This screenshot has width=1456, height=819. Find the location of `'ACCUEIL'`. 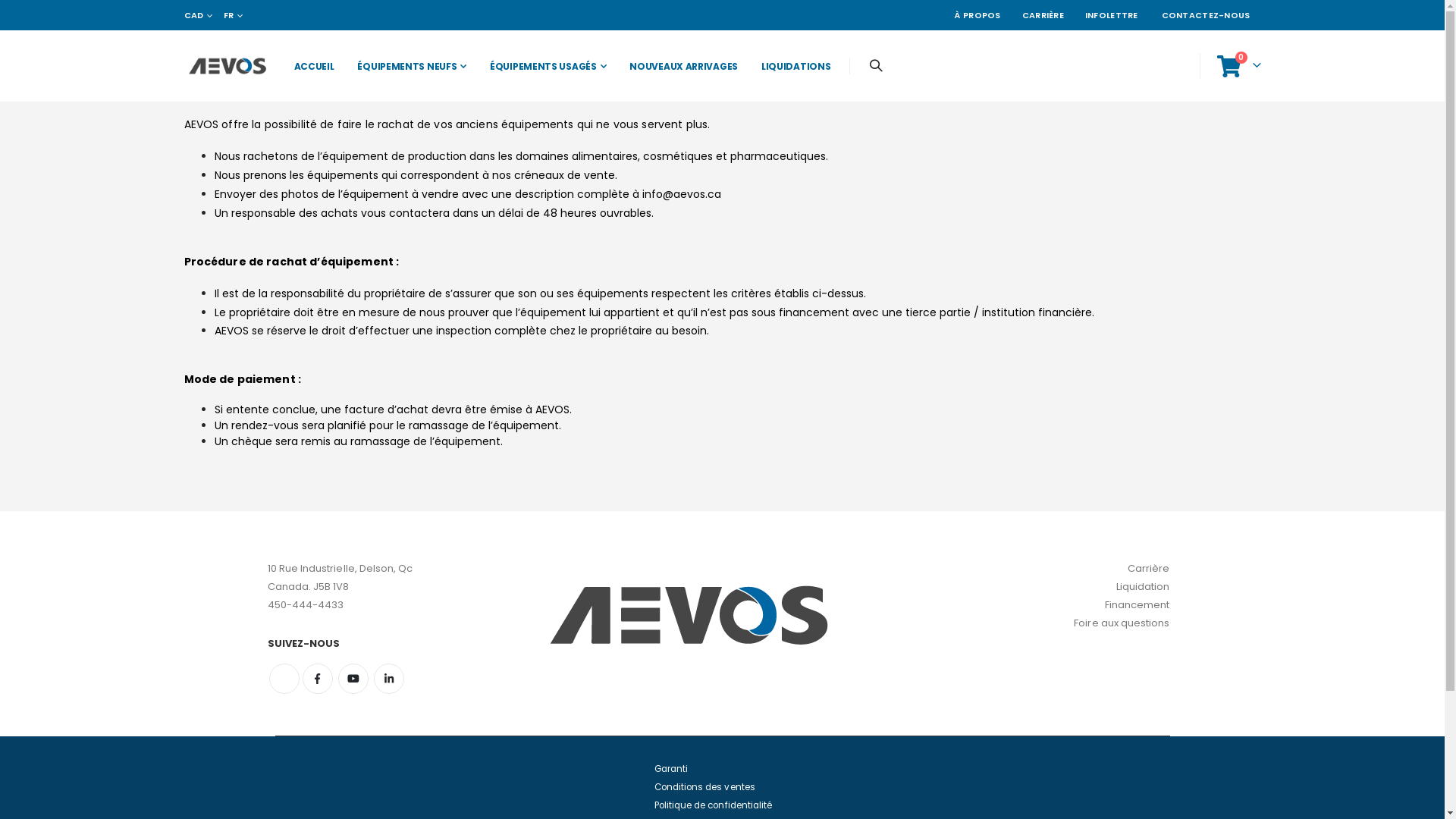

'ACCUEIL' is located at coordinates (309, 65).